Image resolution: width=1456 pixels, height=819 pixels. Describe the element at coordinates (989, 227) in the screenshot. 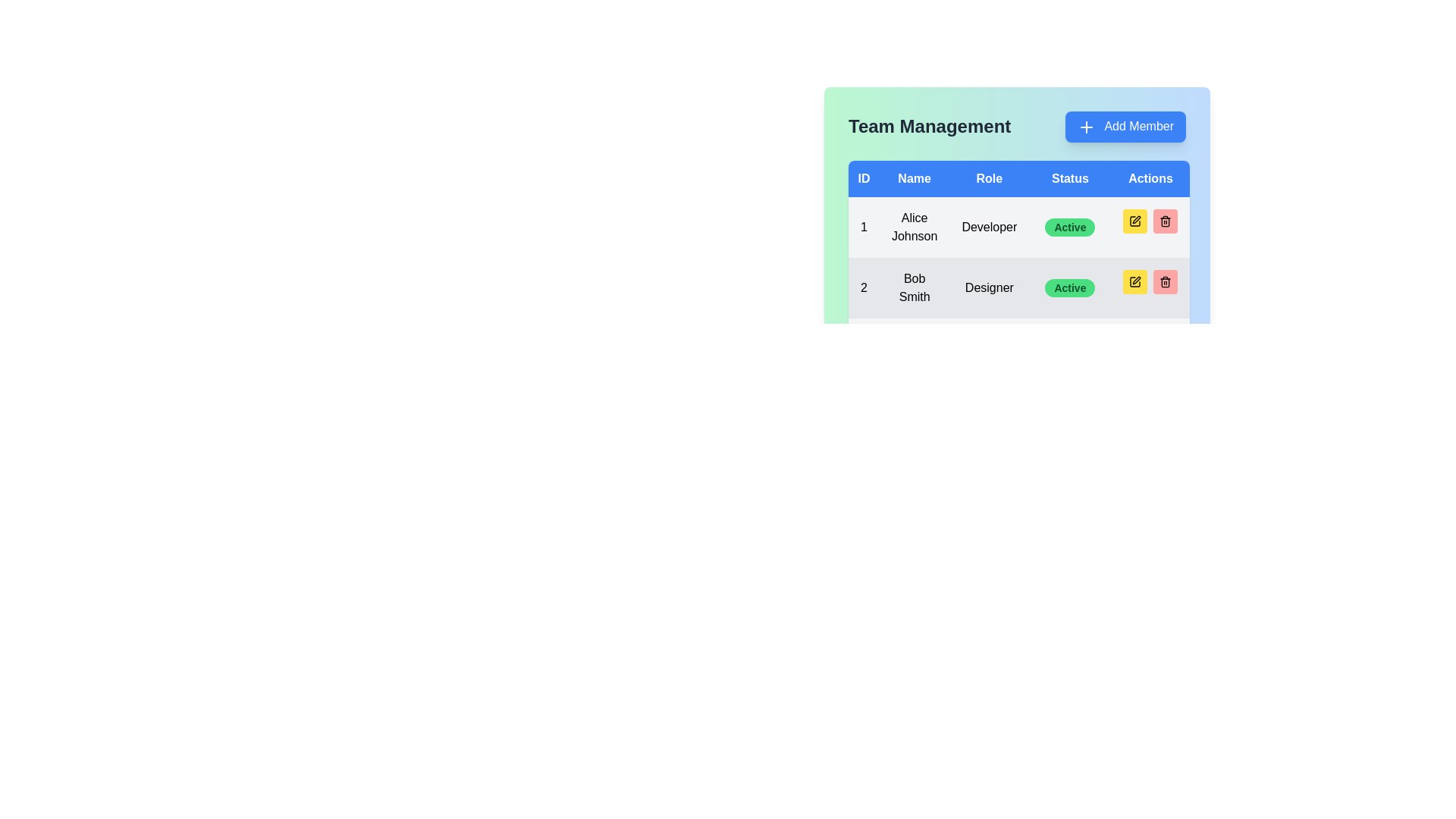

I see `the static text label displaying 'Developer' for the team member Alice Johnson in the role column of the table` at that location.